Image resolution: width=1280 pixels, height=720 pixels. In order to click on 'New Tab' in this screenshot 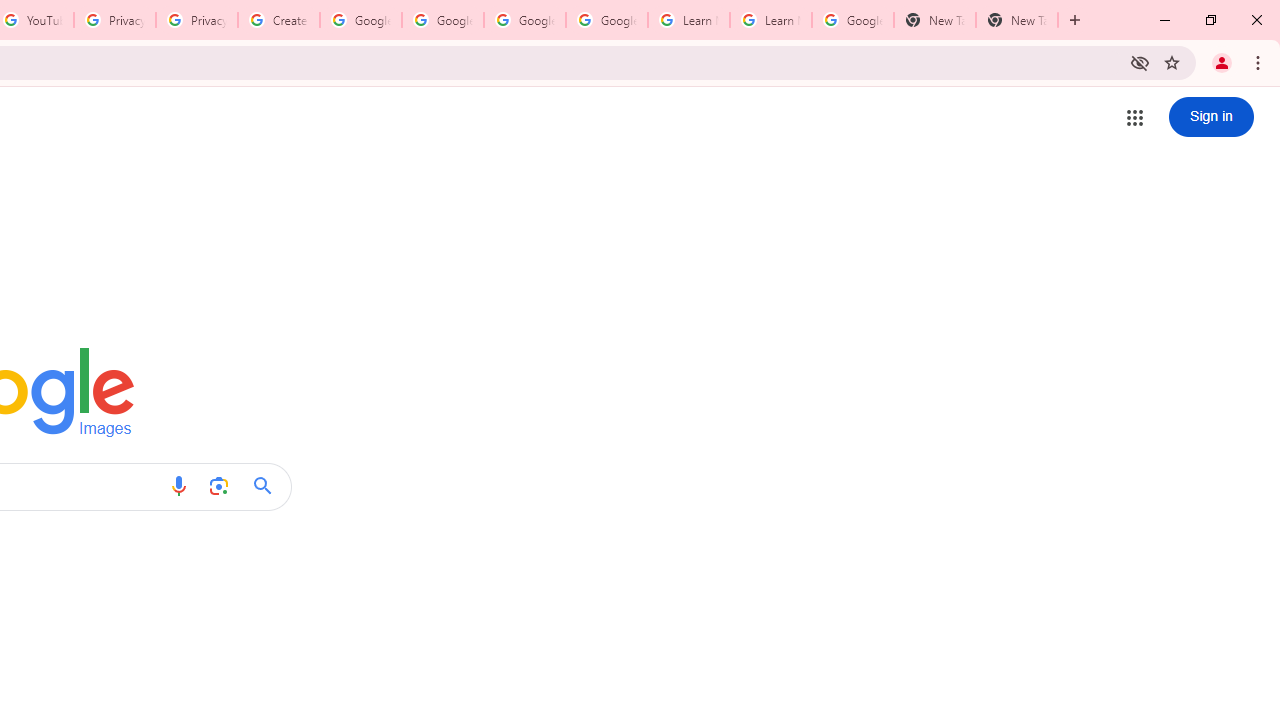, I will do `click(934, 20)`.